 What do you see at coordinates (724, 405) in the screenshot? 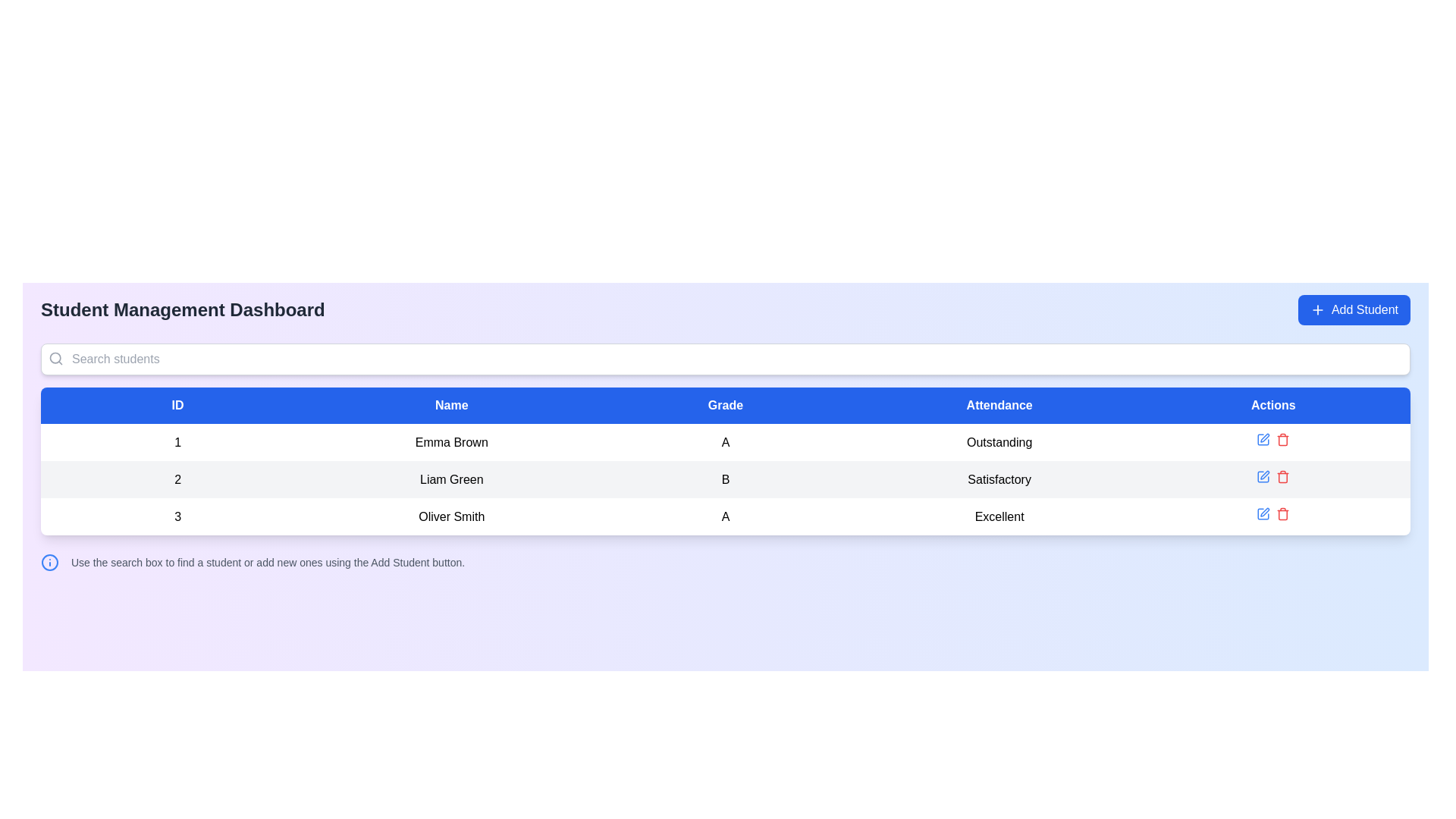
I see `the Table Header Row element, which features a blue background and white text displaying 'ID', 'Name', 'Grade', 'Attendance', and 'Actions'. This element is located at the top of the table, spanning its entire width` at bounding box center [724, 405].